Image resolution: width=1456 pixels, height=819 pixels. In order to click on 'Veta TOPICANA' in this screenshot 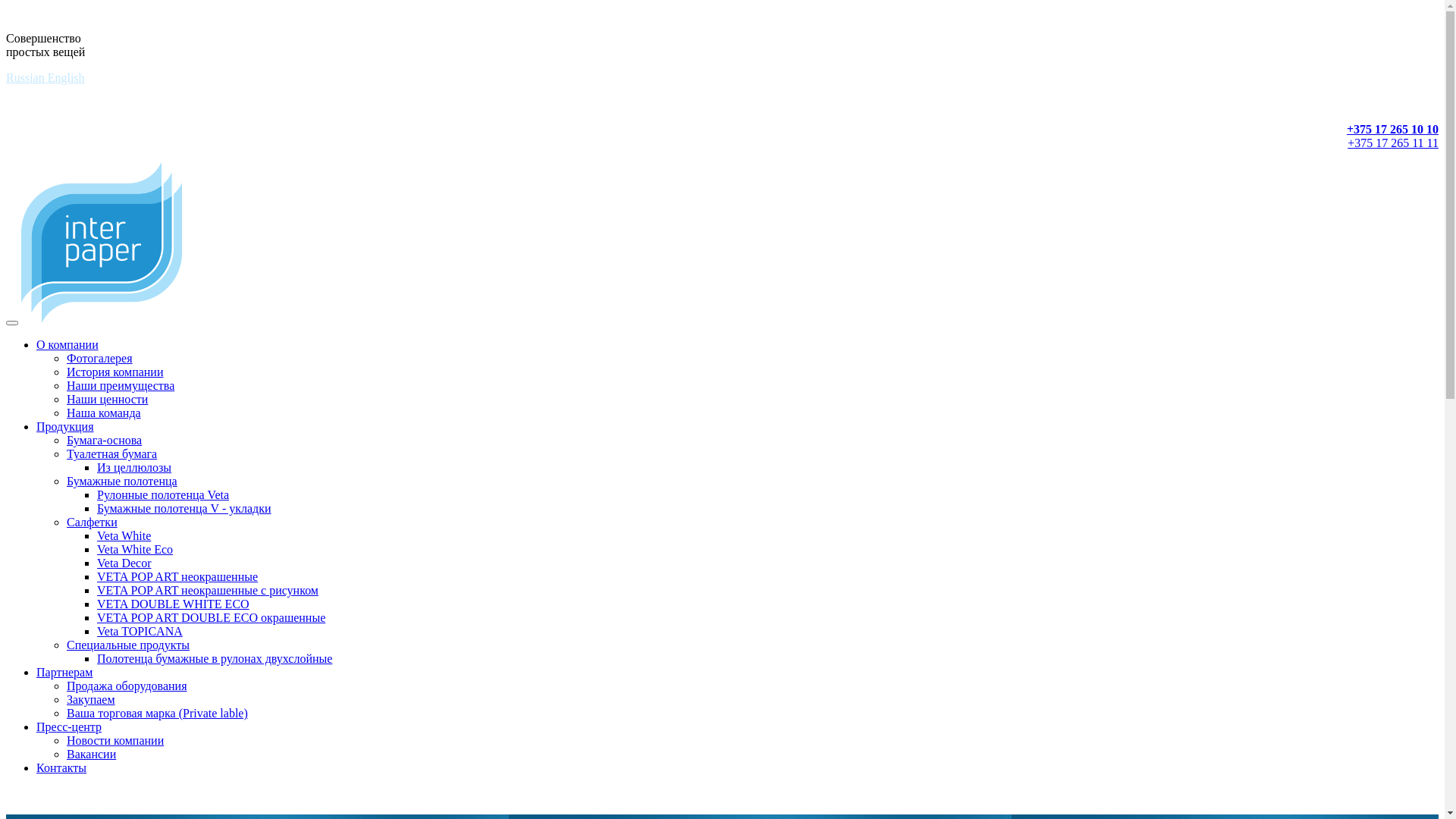, I will do `click(140, 631)`.